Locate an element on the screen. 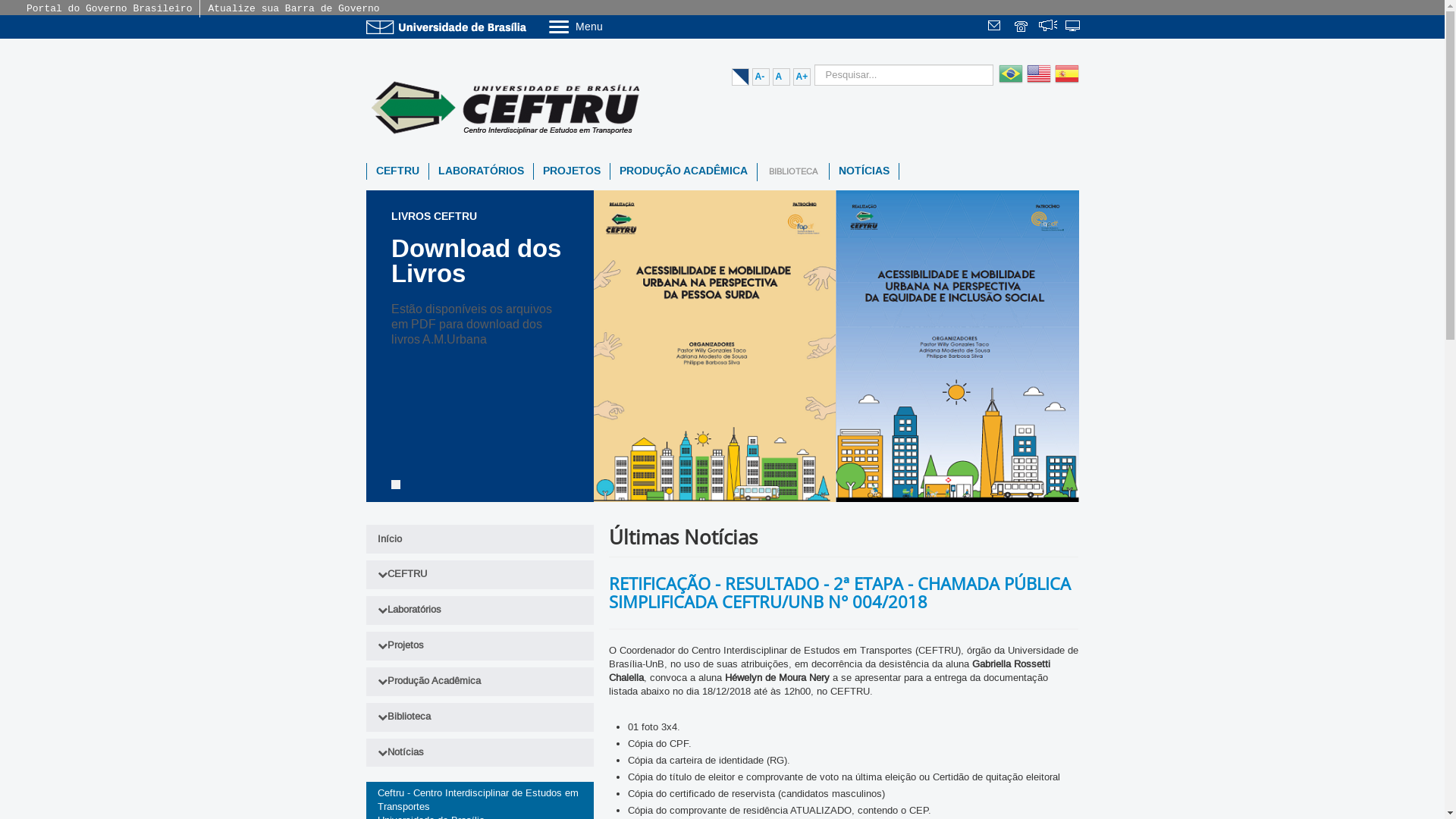 The image size is (1456, 819). 'Menu' is located at coordinates (613, 26).